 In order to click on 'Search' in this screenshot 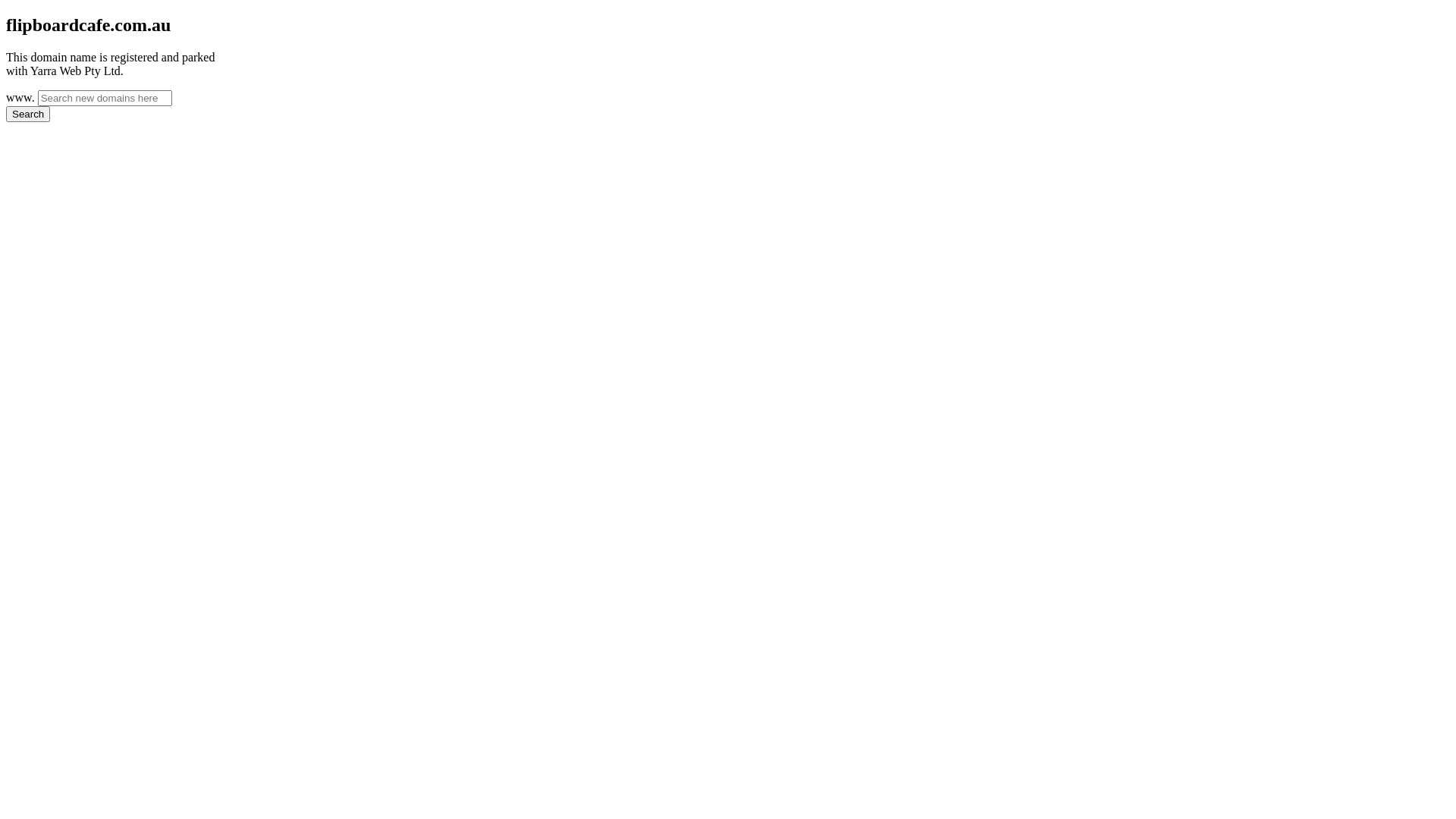, I will do `click(6, 113)`.